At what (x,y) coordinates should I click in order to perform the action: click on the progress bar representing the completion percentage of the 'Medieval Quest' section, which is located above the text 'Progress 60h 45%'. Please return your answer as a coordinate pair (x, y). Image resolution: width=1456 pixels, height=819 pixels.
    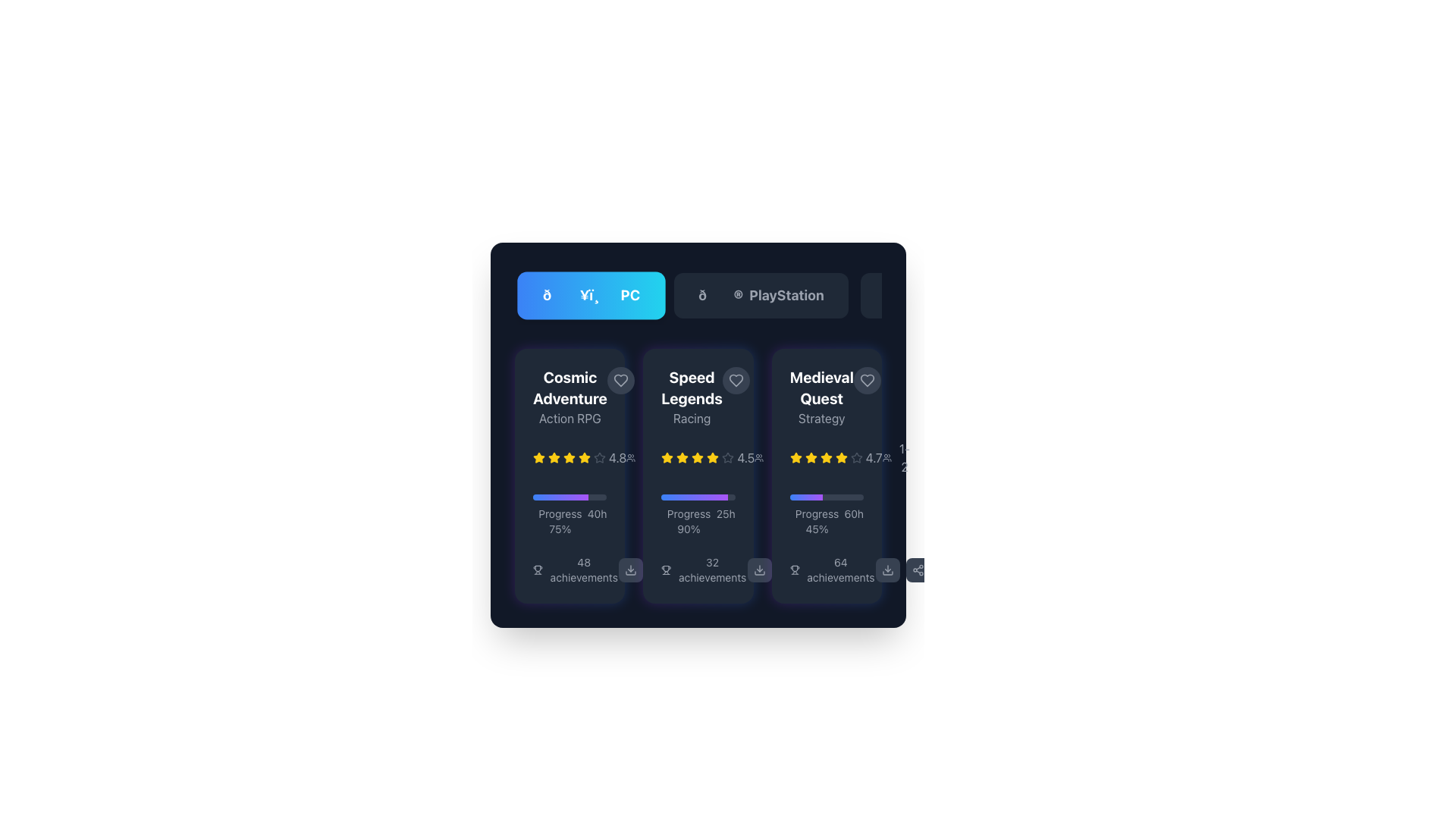
    Looking at the image, I should click on (826, 497).